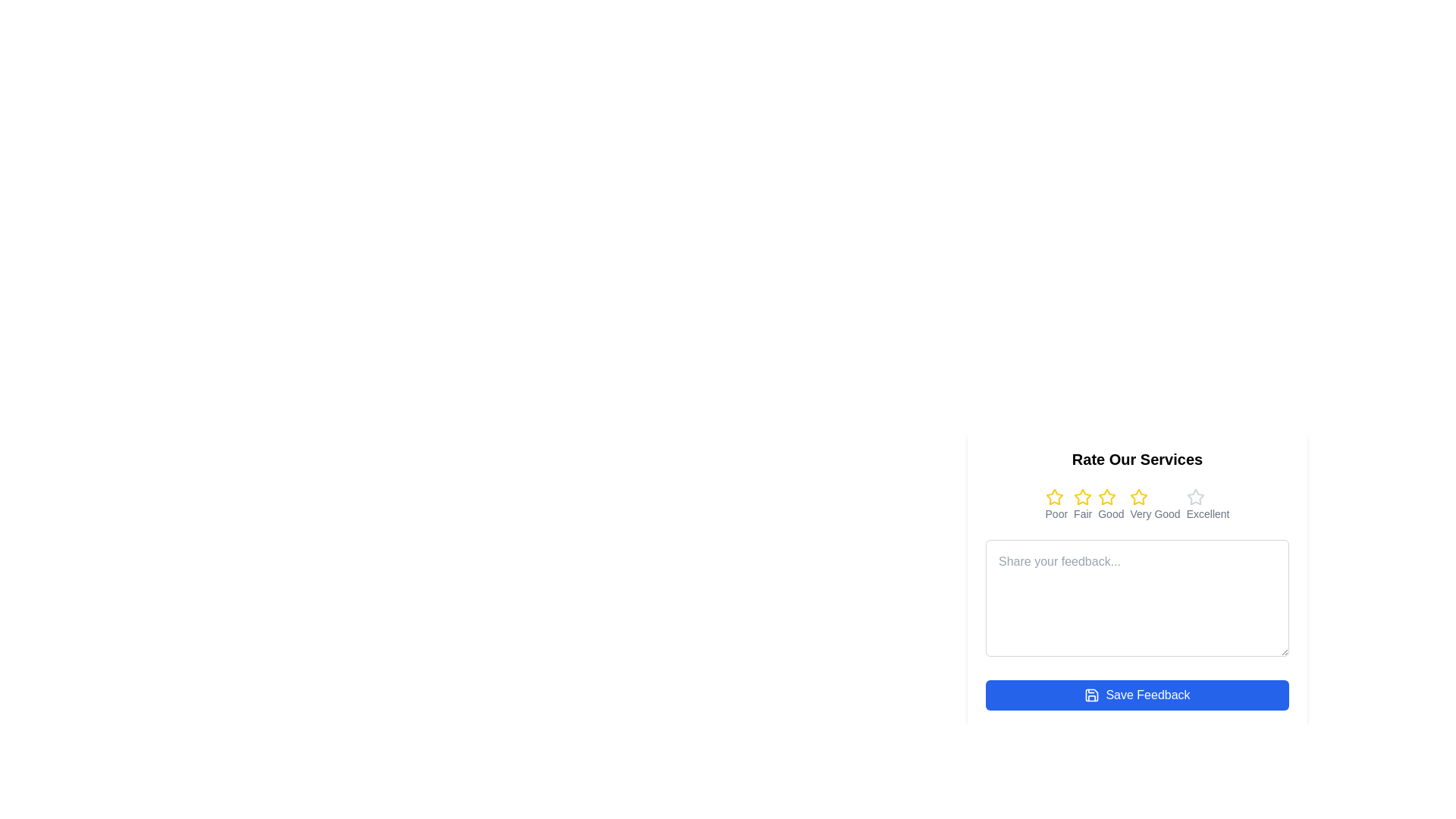 The height and width of the screenshot is (819, 1456). What do you see at coordinates (1111, 513) in the screenshot?
I see `the static text label that reads 'Good,' which is styled in a small, gray font and is the third label in a row of text-based rating options located below a row of star icons` at bounding box center [1111, 513].